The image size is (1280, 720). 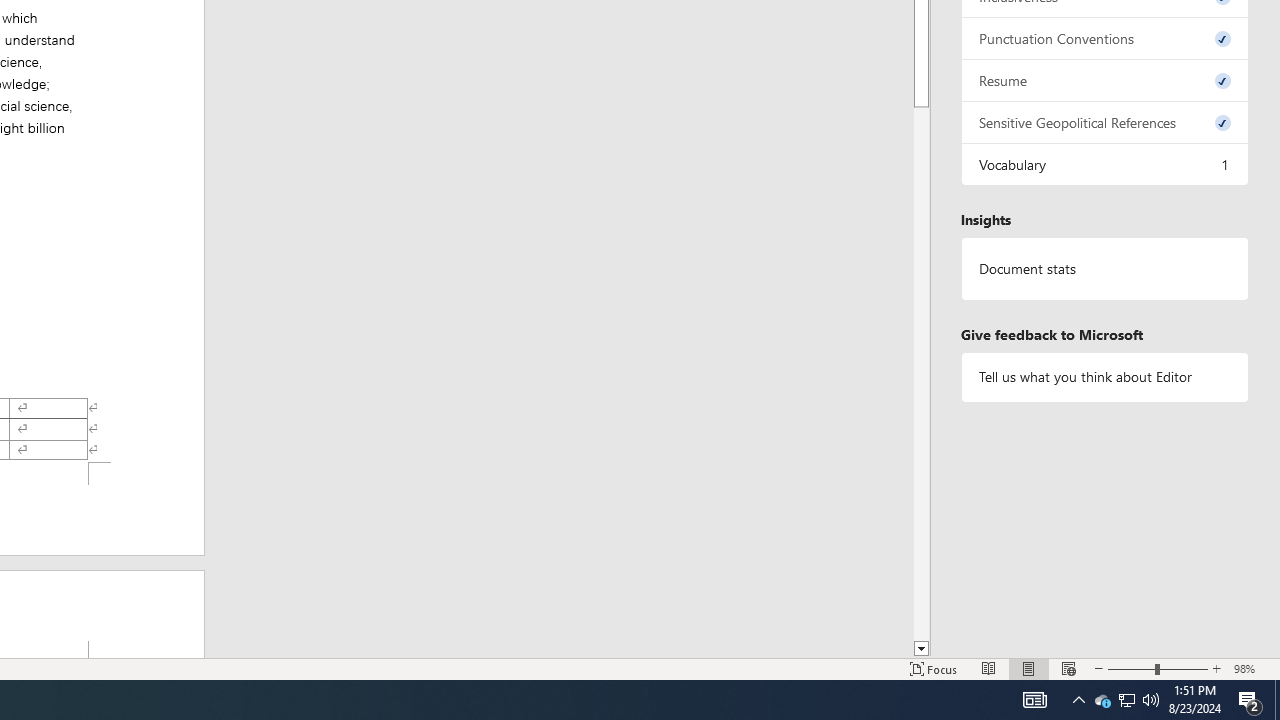 What do you see at coordinates (920, 370) in the screenshot?
I see `'Page down'` at bounding box center [920, 370].